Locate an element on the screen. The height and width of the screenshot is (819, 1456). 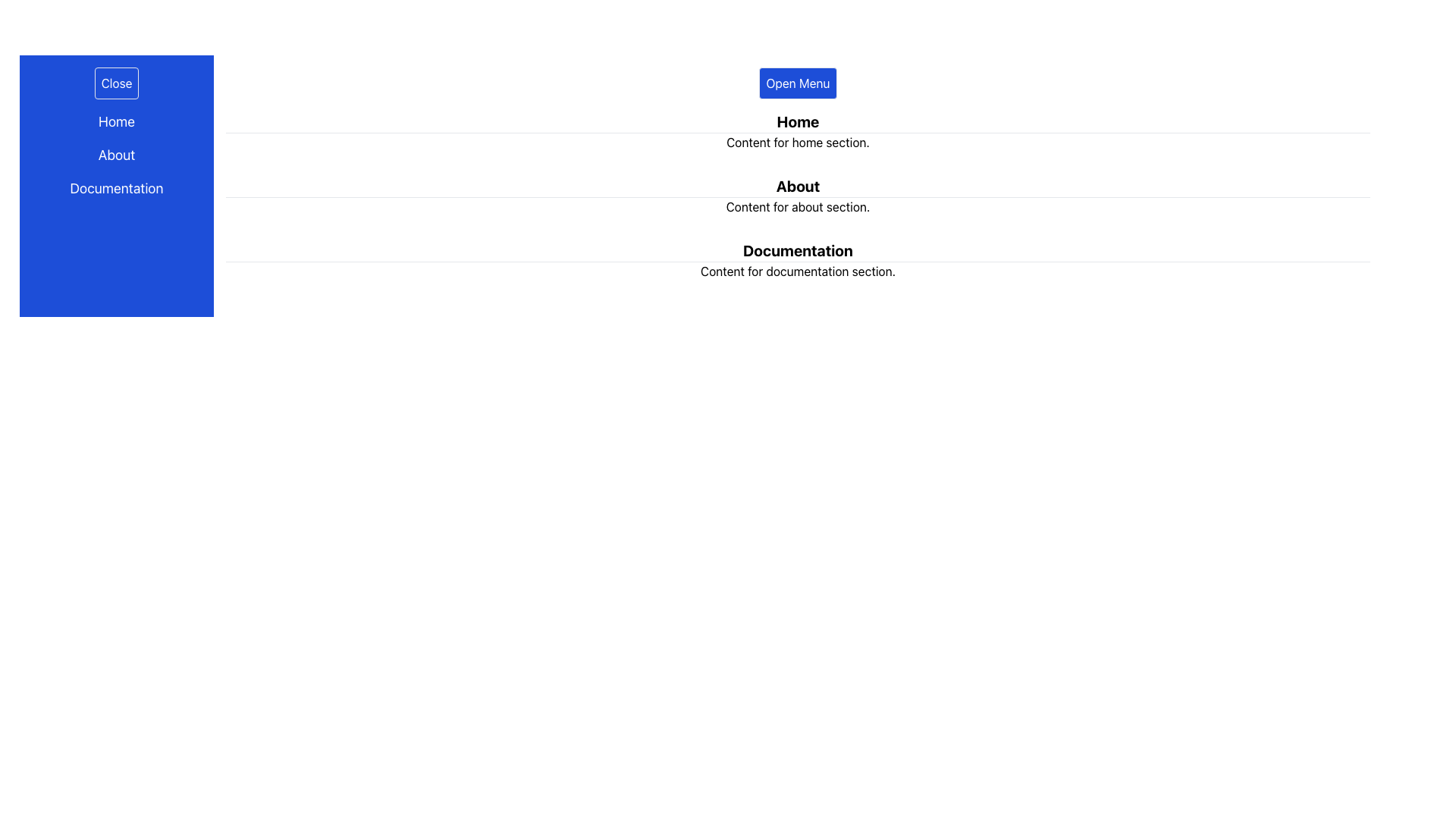
the 'Documentation' text link in the vertical navigation menu is located at coordinates (115, 187).